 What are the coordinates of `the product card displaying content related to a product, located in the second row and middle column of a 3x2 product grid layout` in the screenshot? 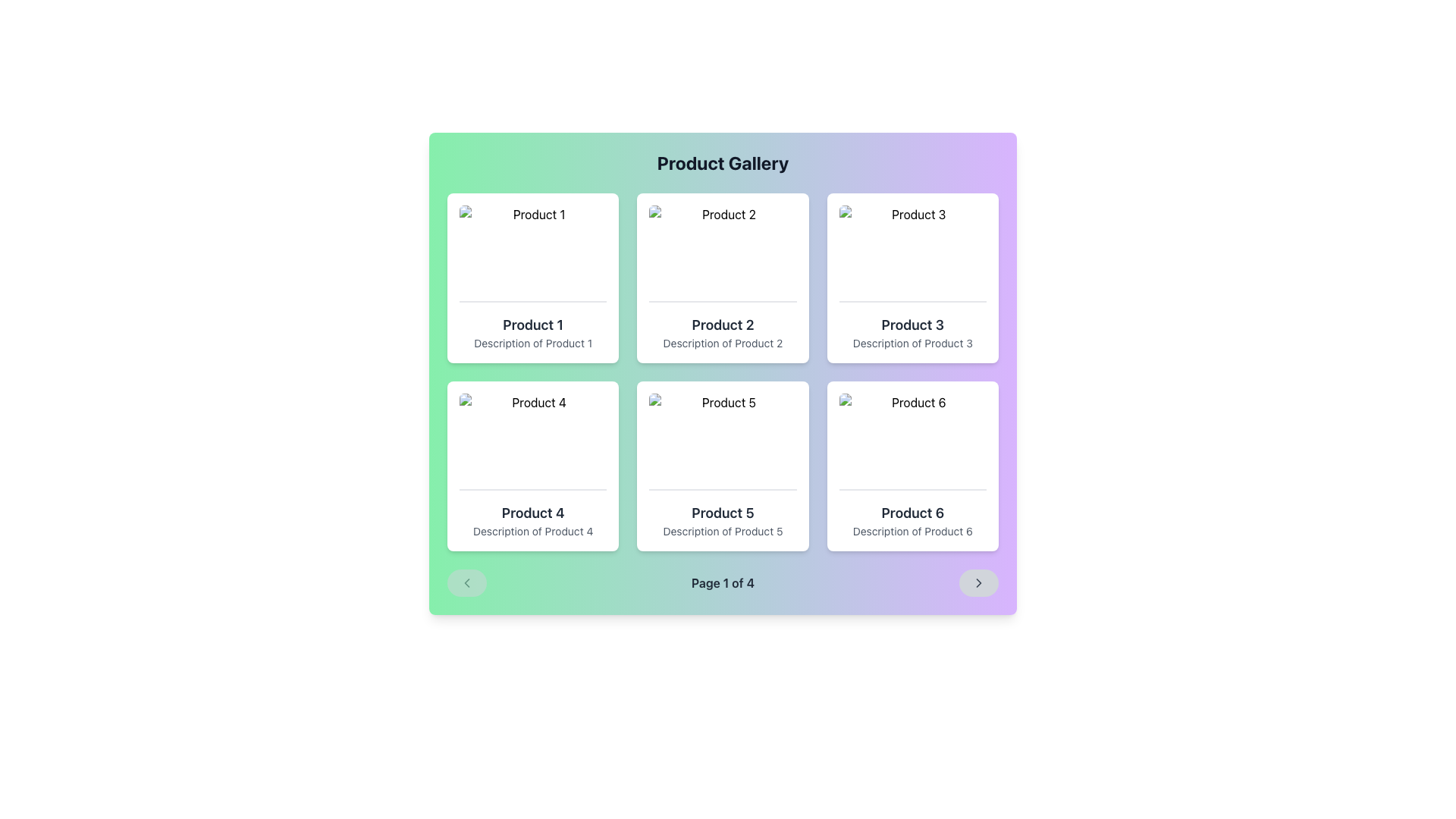 It's located at (722, 465).